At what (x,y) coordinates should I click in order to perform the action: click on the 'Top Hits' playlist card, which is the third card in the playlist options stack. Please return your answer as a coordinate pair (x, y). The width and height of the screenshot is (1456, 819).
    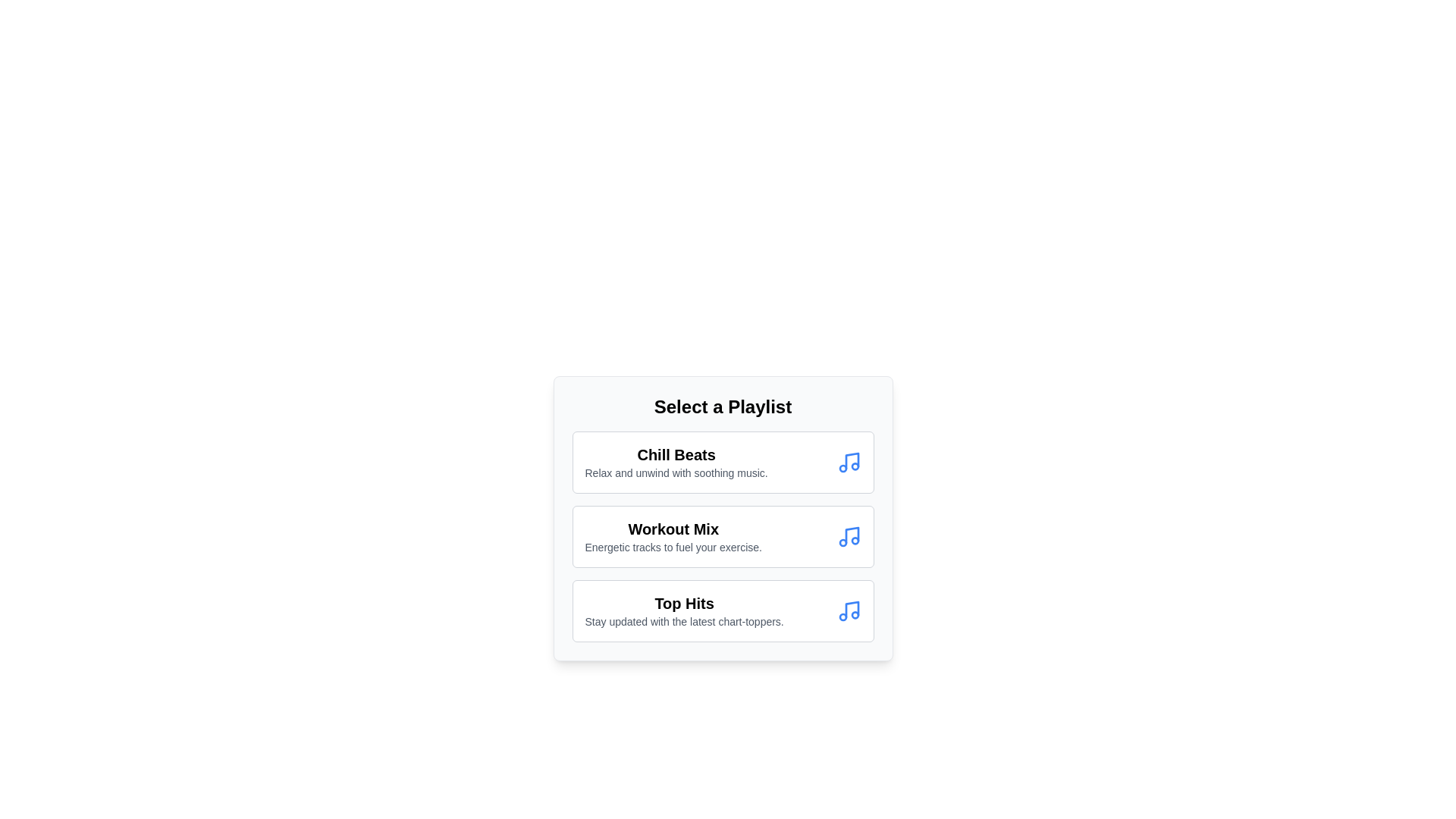
    Looking at the image, I should click on (722, 610).